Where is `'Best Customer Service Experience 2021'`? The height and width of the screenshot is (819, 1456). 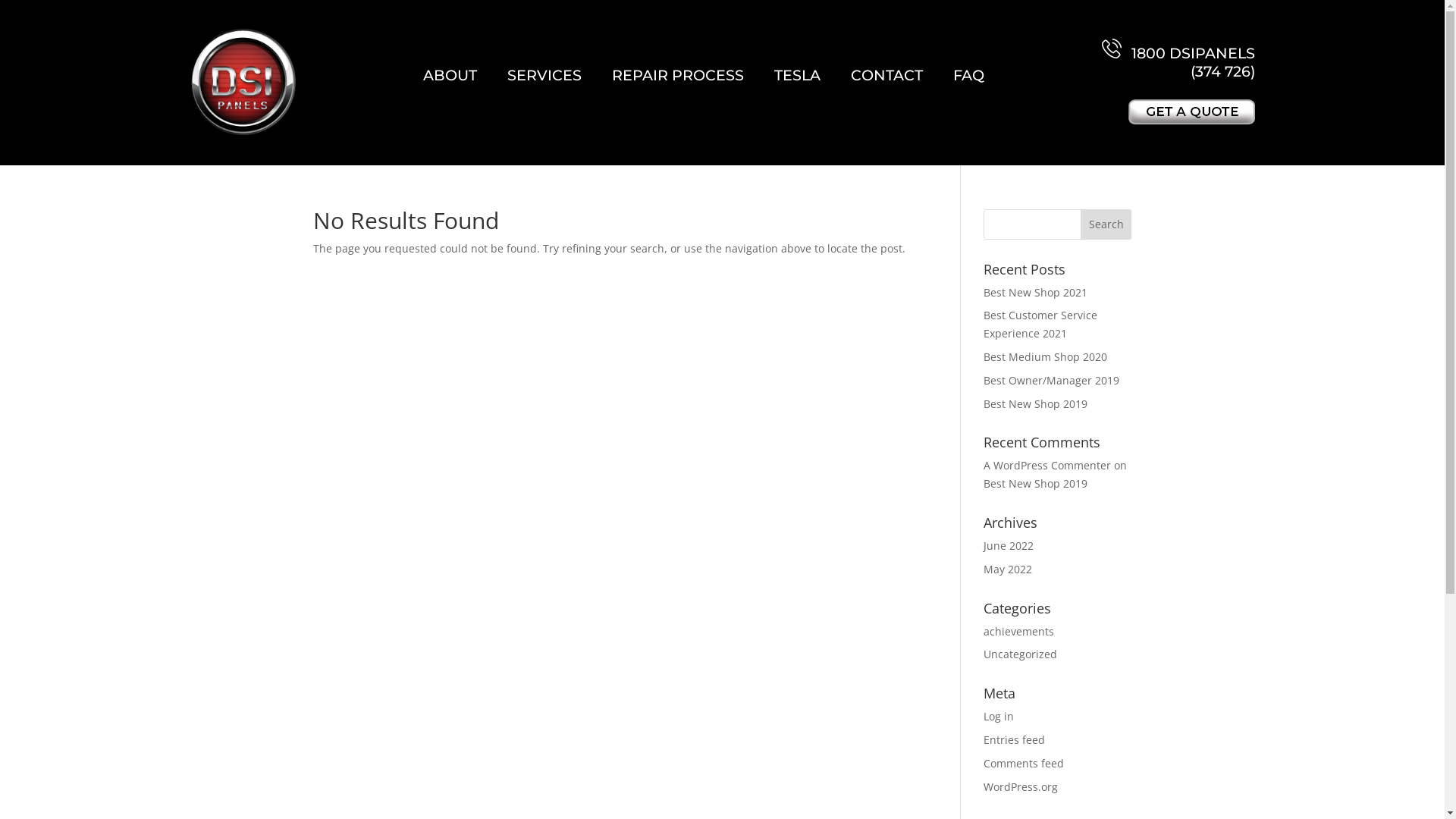
'Best Customer Service Experience 2021' is located at coordinates (1040, 323).